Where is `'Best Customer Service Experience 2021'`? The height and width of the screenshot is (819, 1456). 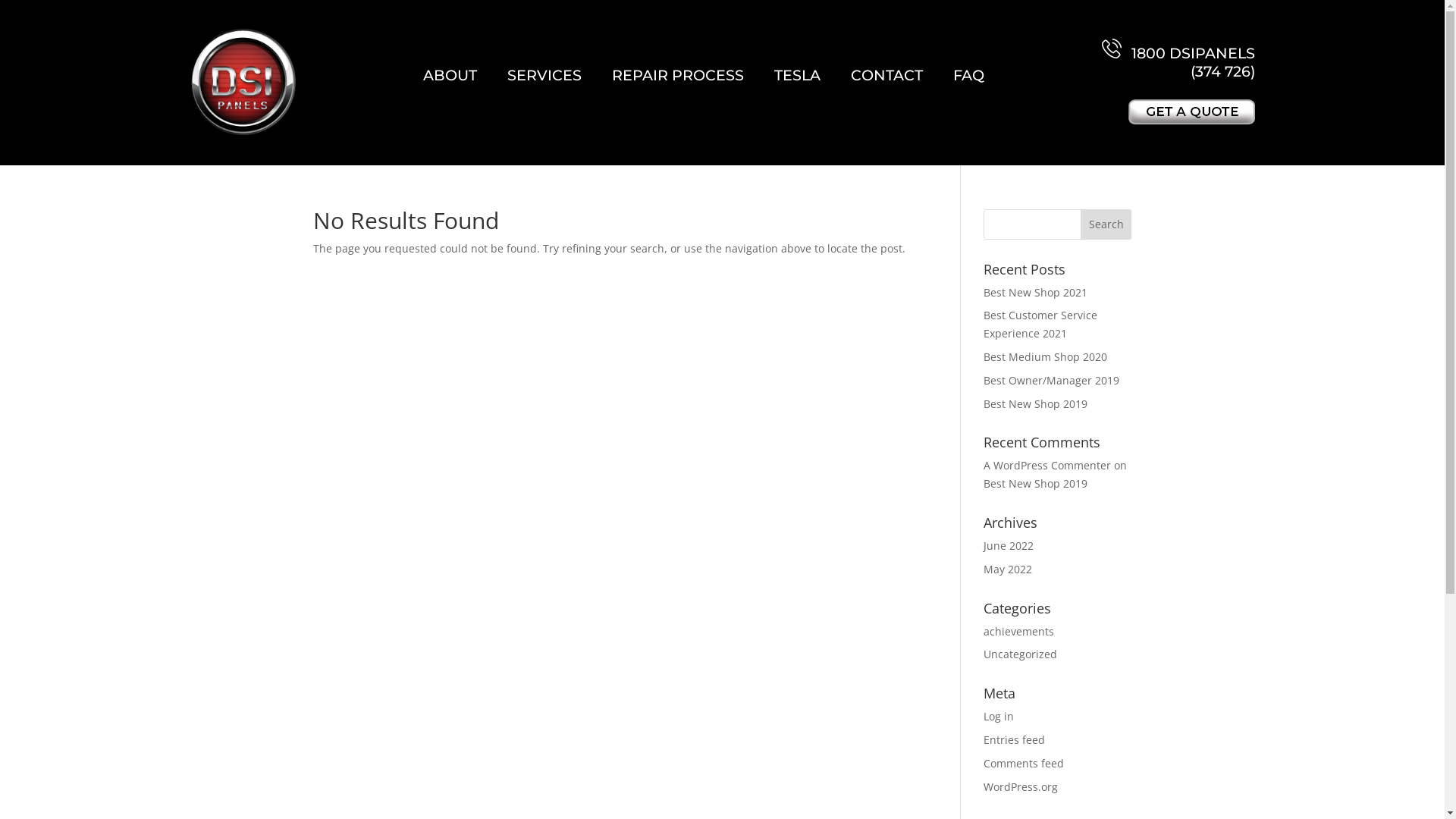
'Best Customer Service Experience 2021' is located at coordinates (1040, 323).